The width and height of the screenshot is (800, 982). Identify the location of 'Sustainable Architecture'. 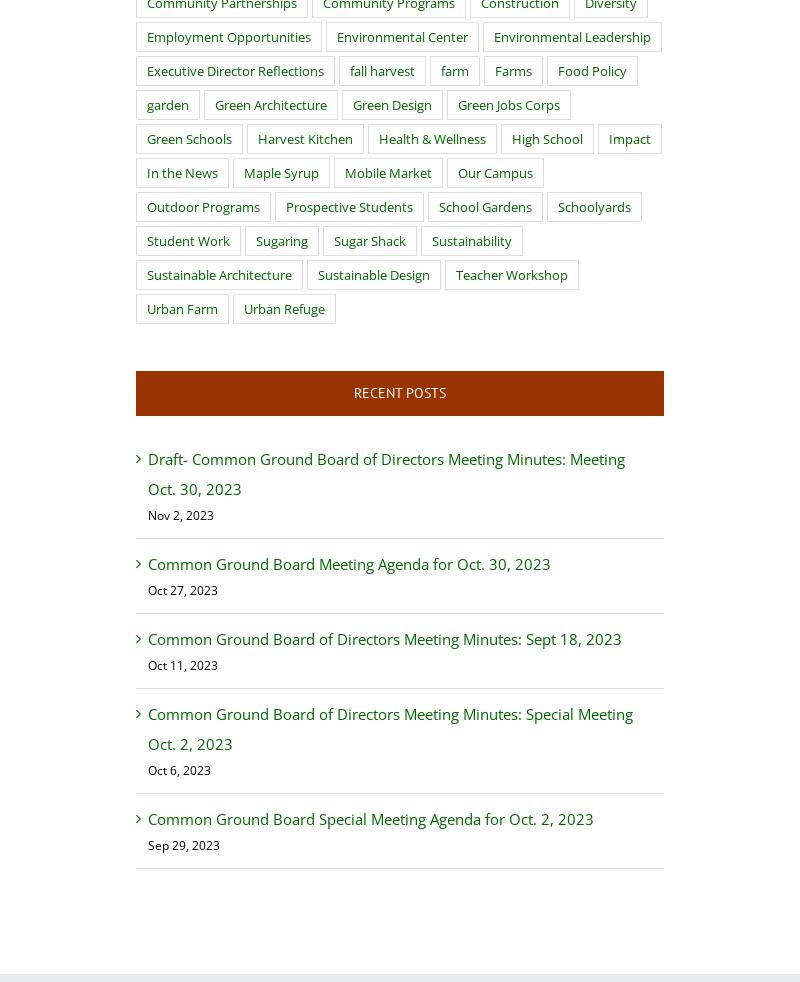
(219, 274).